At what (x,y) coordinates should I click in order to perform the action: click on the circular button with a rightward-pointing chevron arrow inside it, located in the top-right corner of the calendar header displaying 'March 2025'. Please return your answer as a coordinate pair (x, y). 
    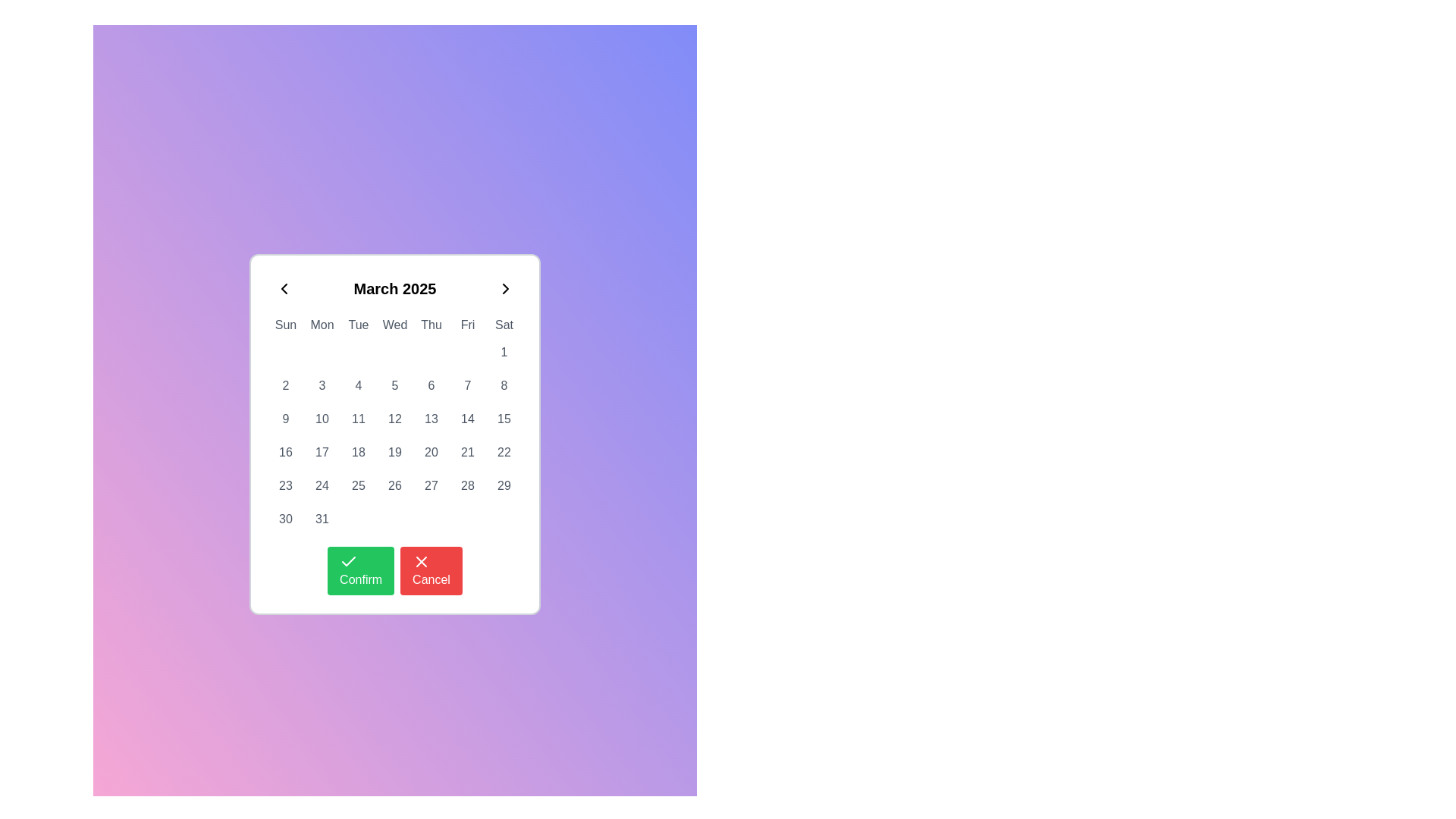
    Looking at the image, I should click on (506, 289).